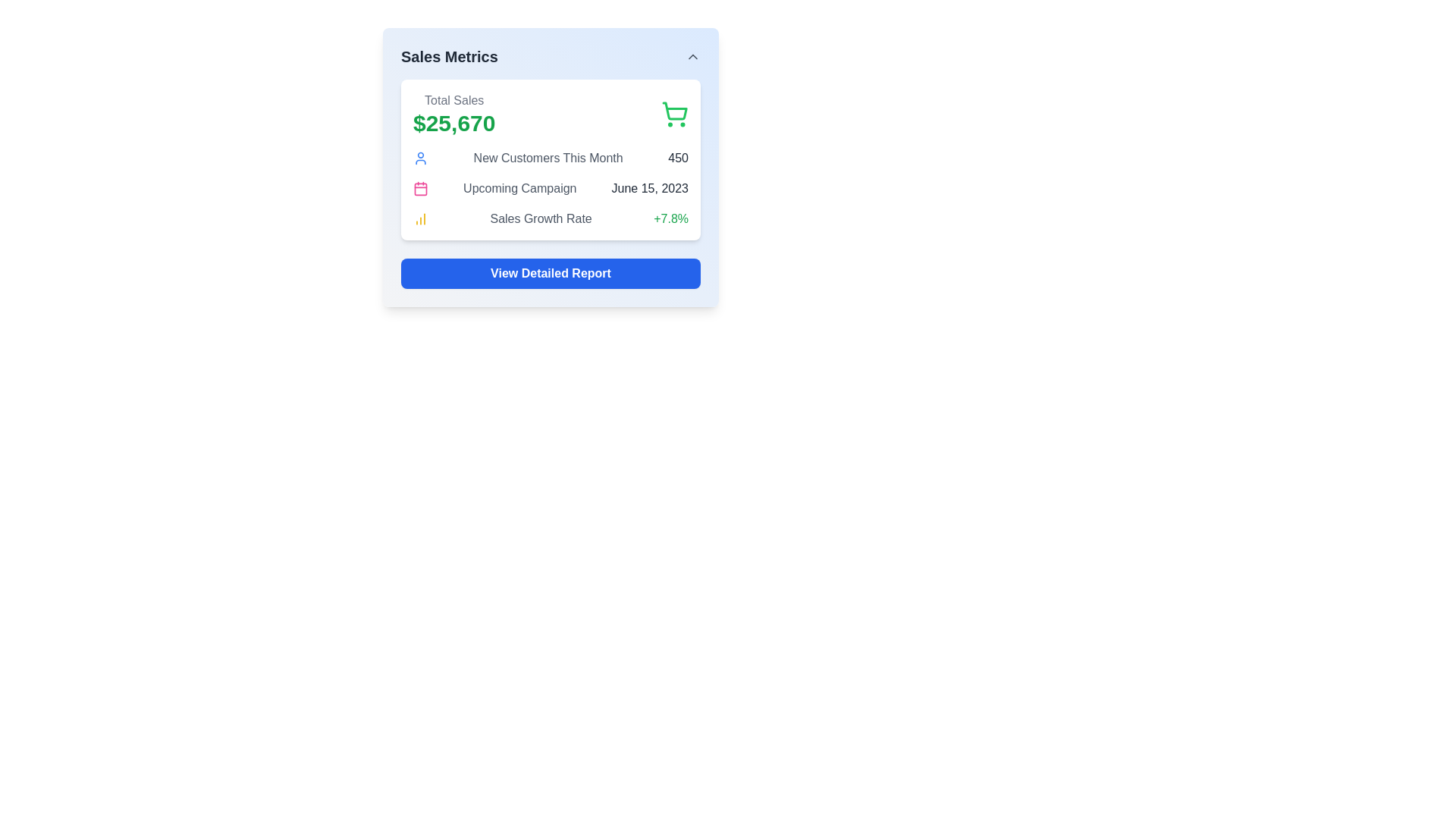  I want to click on the Text Label indicating a section or feature related to future campaigns, located below the pink calendar icon and to the left of the date 'June 15, 2023' in the 'Sales Metrics' card, so click(519, 188).